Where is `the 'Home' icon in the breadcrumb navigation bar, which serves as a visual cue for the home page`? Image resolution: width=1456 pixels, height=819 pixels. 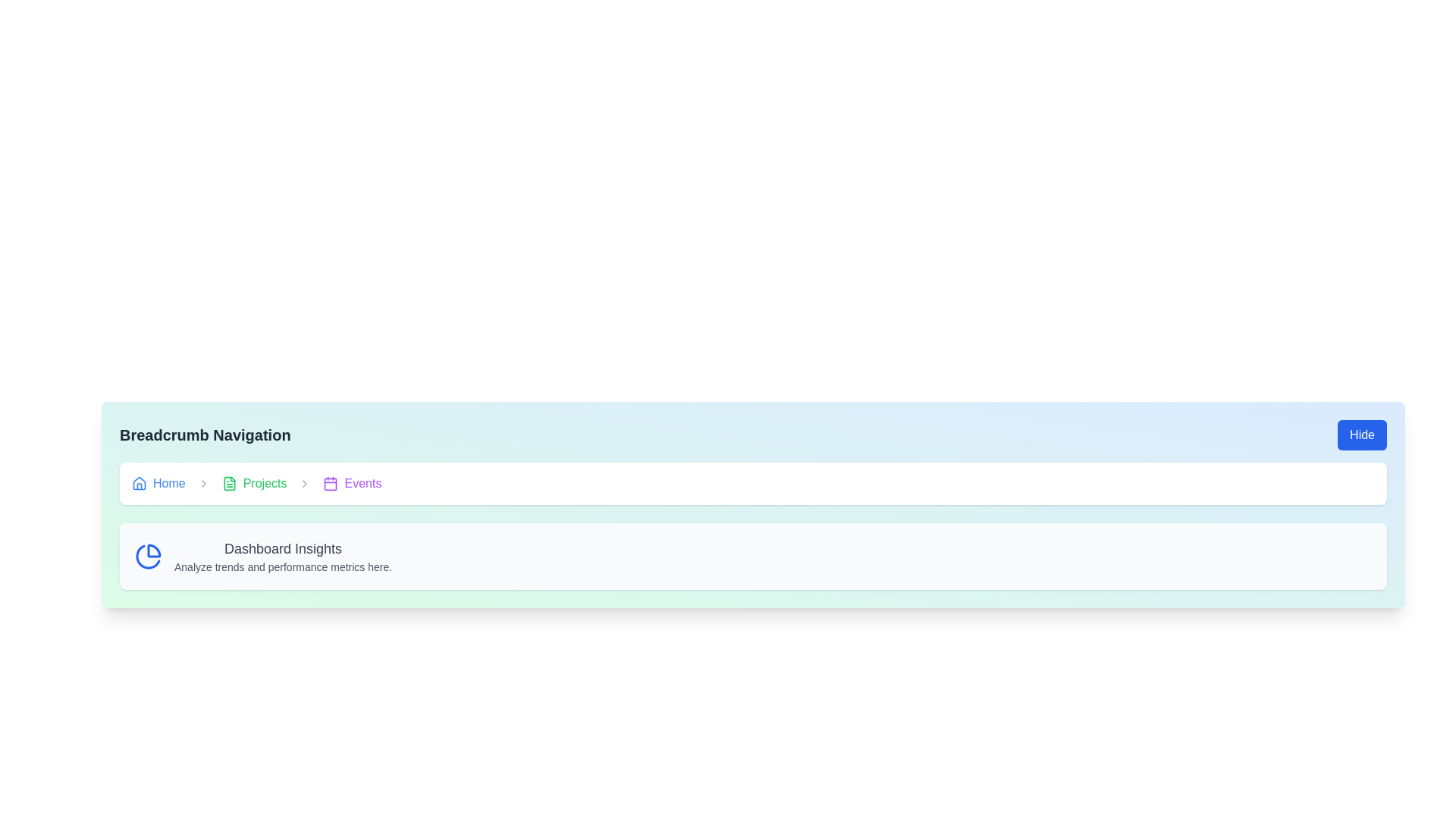
the 'Home' icon in the breadcrumb navigation bar, which serves as a visual cue for the home page is located at coordinates (139, 482).